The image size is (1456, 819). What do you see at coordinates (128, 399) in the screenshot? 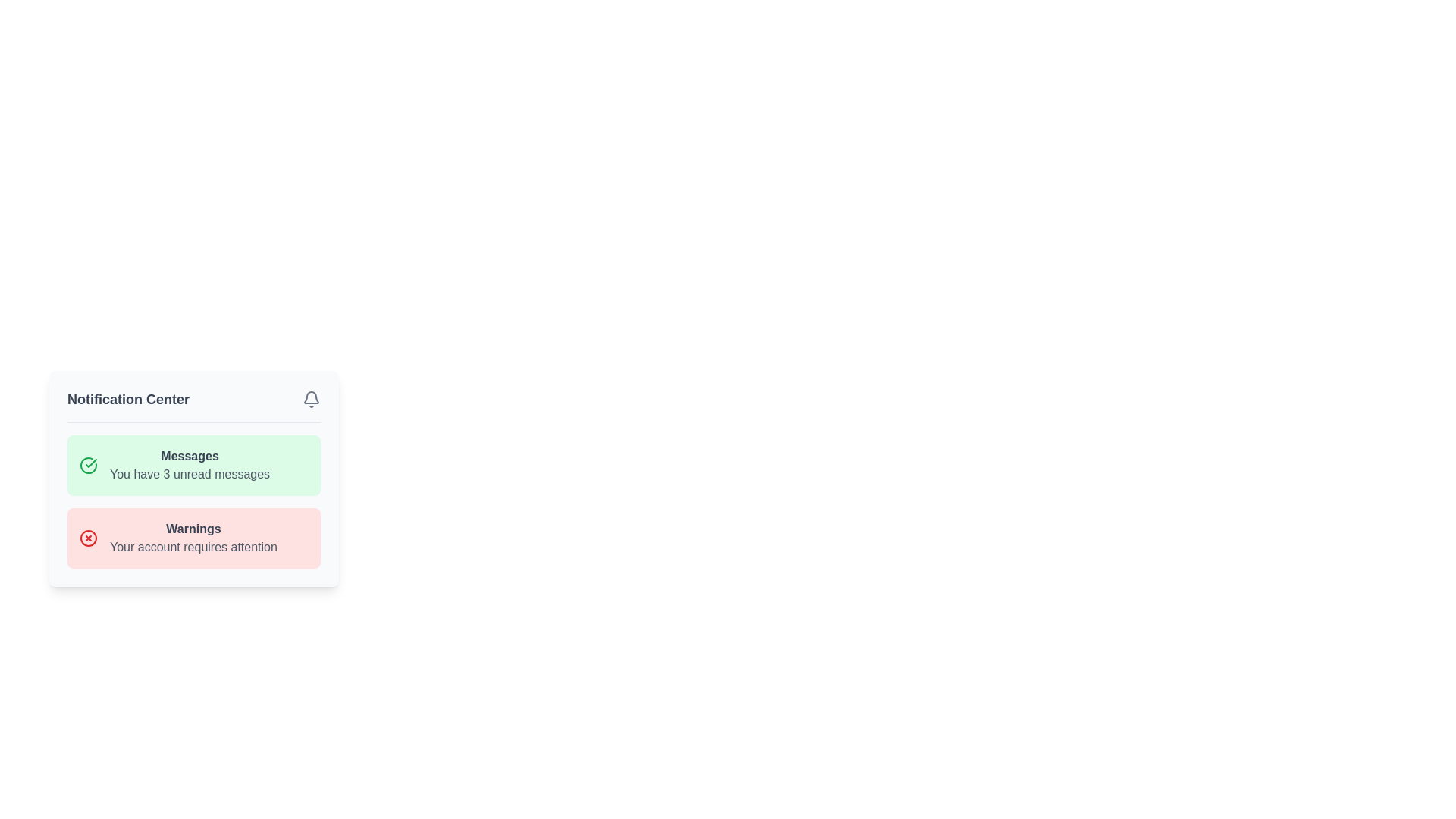
I see `the 'Notification Center' text label, which is styled with a bold font and dark gray color, prominently placed at the top-left of a card layout` at bounding box center [128, 399].